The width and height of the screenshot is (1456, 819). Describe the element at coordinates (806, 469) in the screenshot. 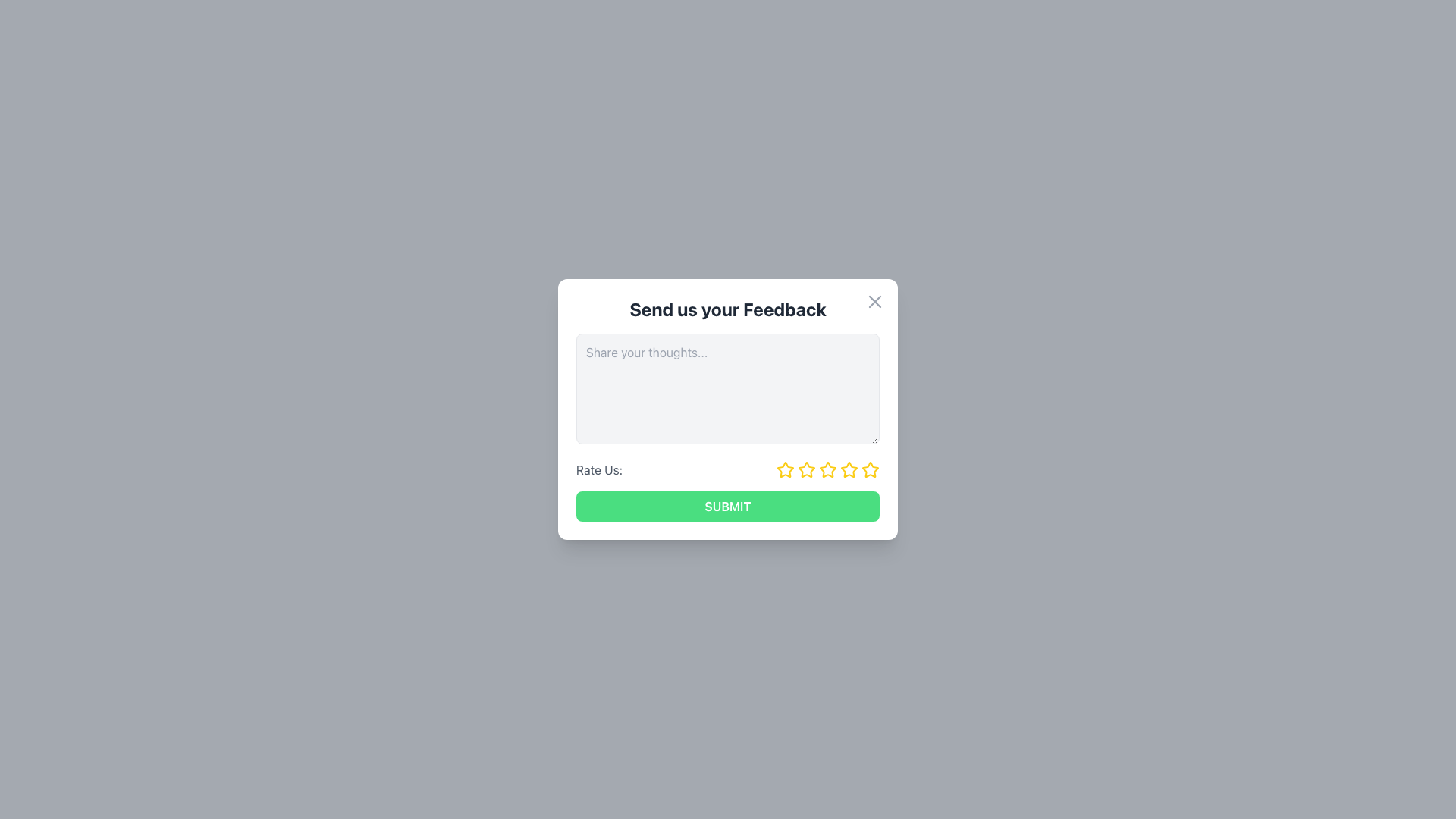

I see `the third yellow star icon in the 'Rate Us' section` at that location.